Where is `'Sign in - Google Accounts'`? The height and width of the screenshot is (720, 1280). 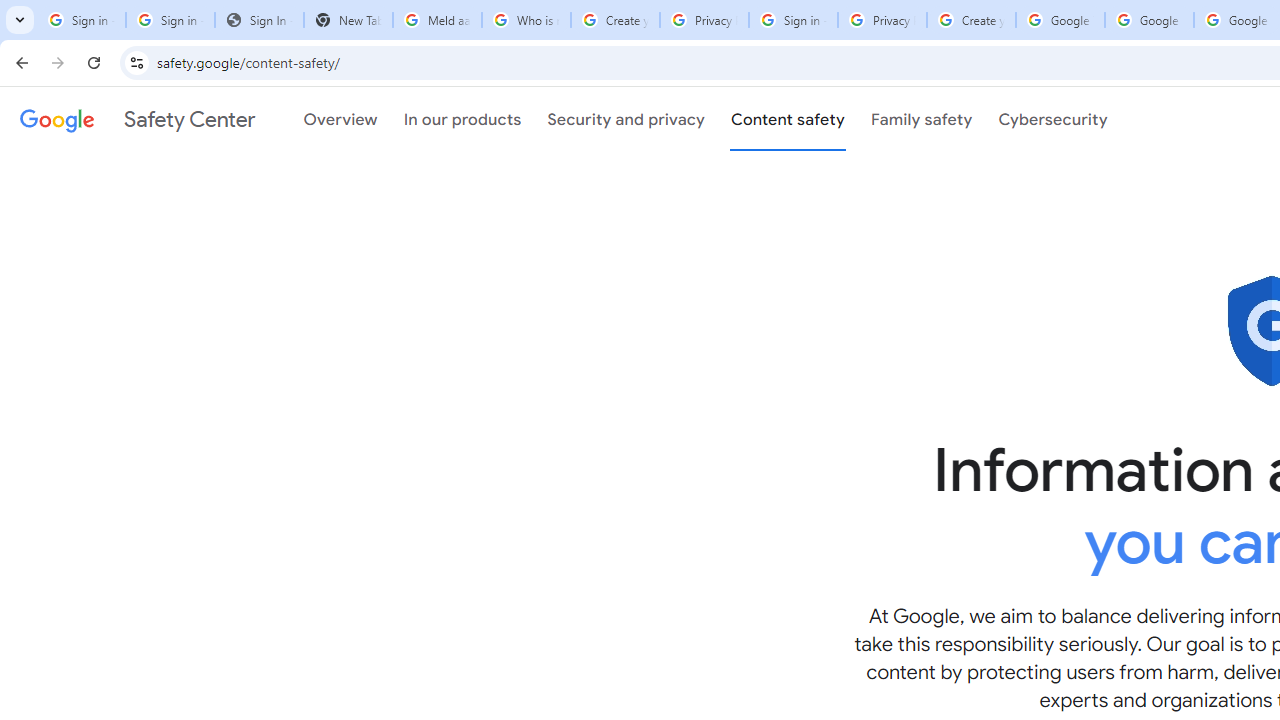
'Sign in - Google Accounts' is located at coordinates (170, 20).